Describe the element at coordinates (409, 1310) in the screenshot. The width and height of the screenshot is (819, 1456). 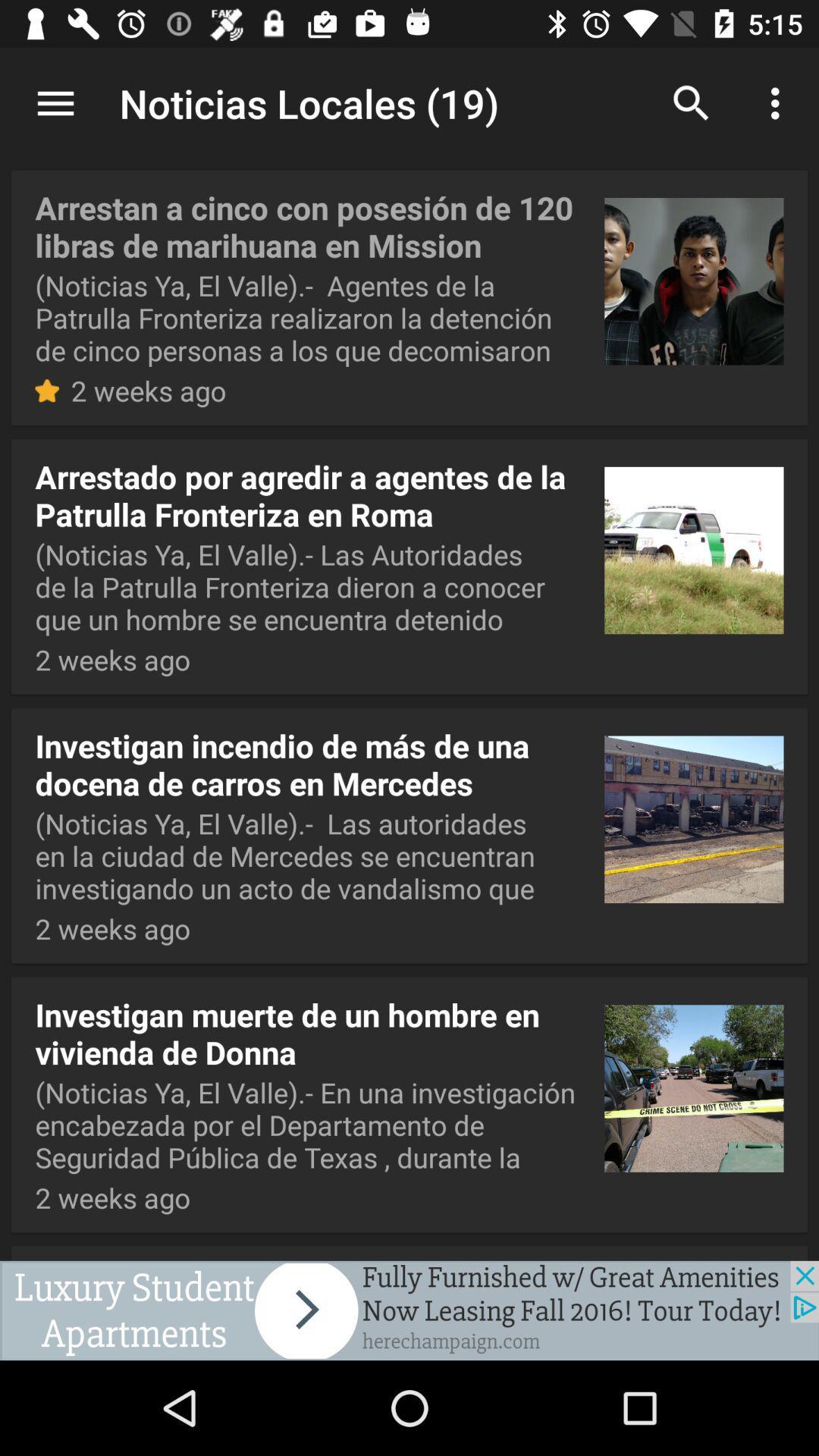
I see `the advertisement option` at that location.